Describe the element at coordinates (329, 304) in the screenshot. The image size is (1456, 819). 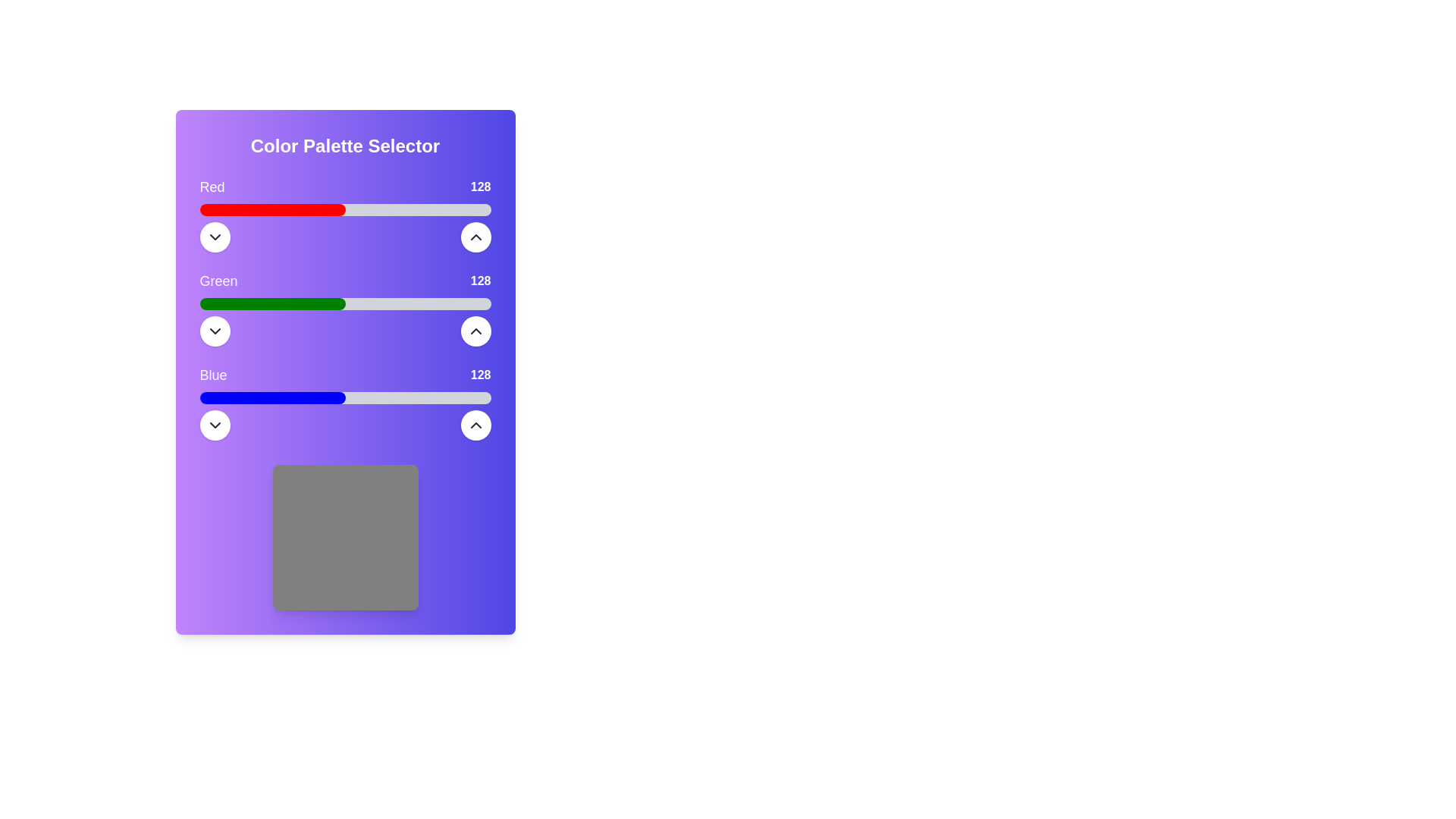
I see `the green color intensity` at that location.